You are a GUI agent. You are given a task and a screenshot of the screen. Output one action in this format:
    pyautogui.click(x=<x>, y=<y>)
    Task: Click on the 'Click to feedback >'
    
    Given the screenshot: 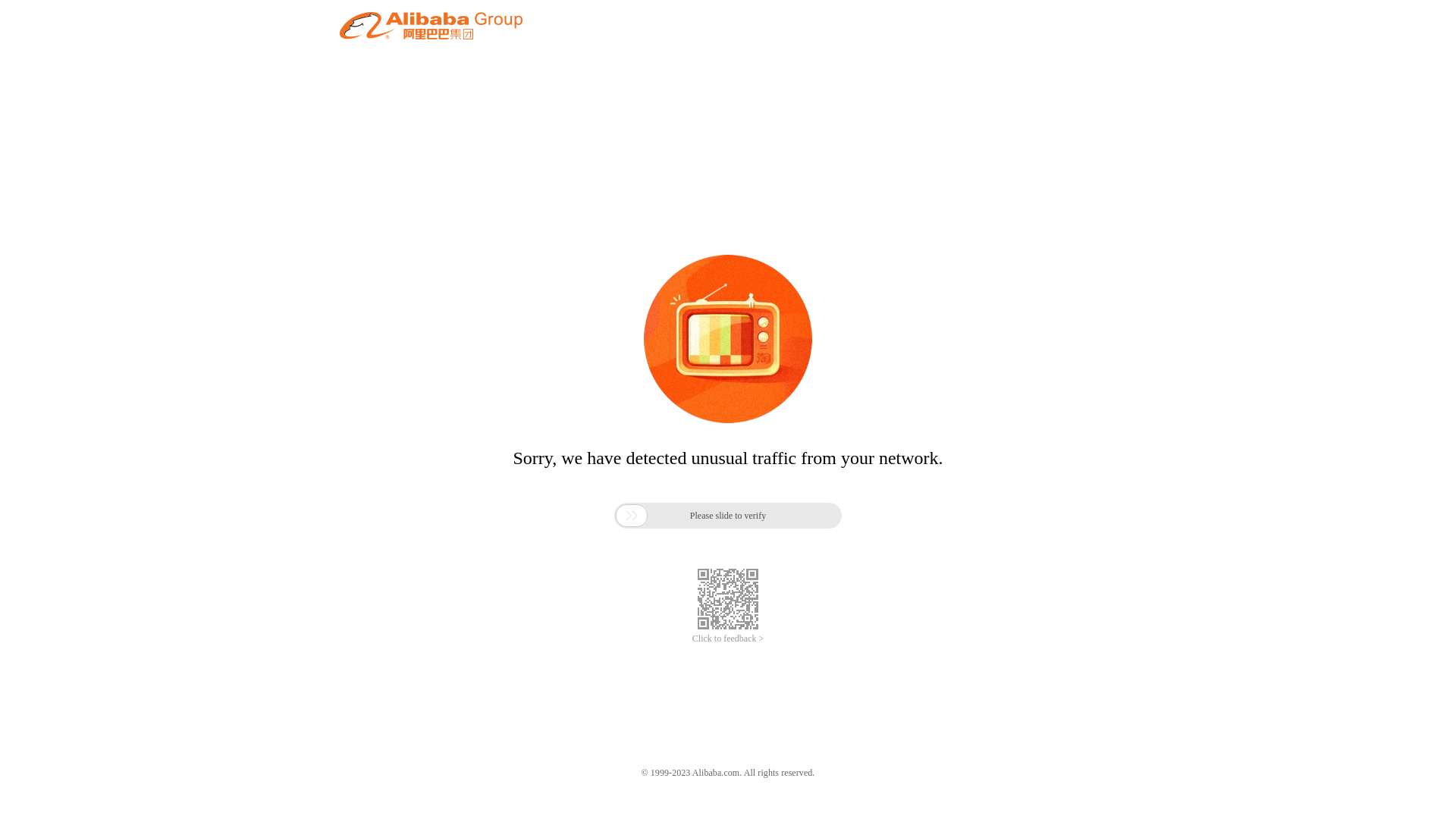 What is the action you would take?
    pyautogui.click(x=728, y=639)
    